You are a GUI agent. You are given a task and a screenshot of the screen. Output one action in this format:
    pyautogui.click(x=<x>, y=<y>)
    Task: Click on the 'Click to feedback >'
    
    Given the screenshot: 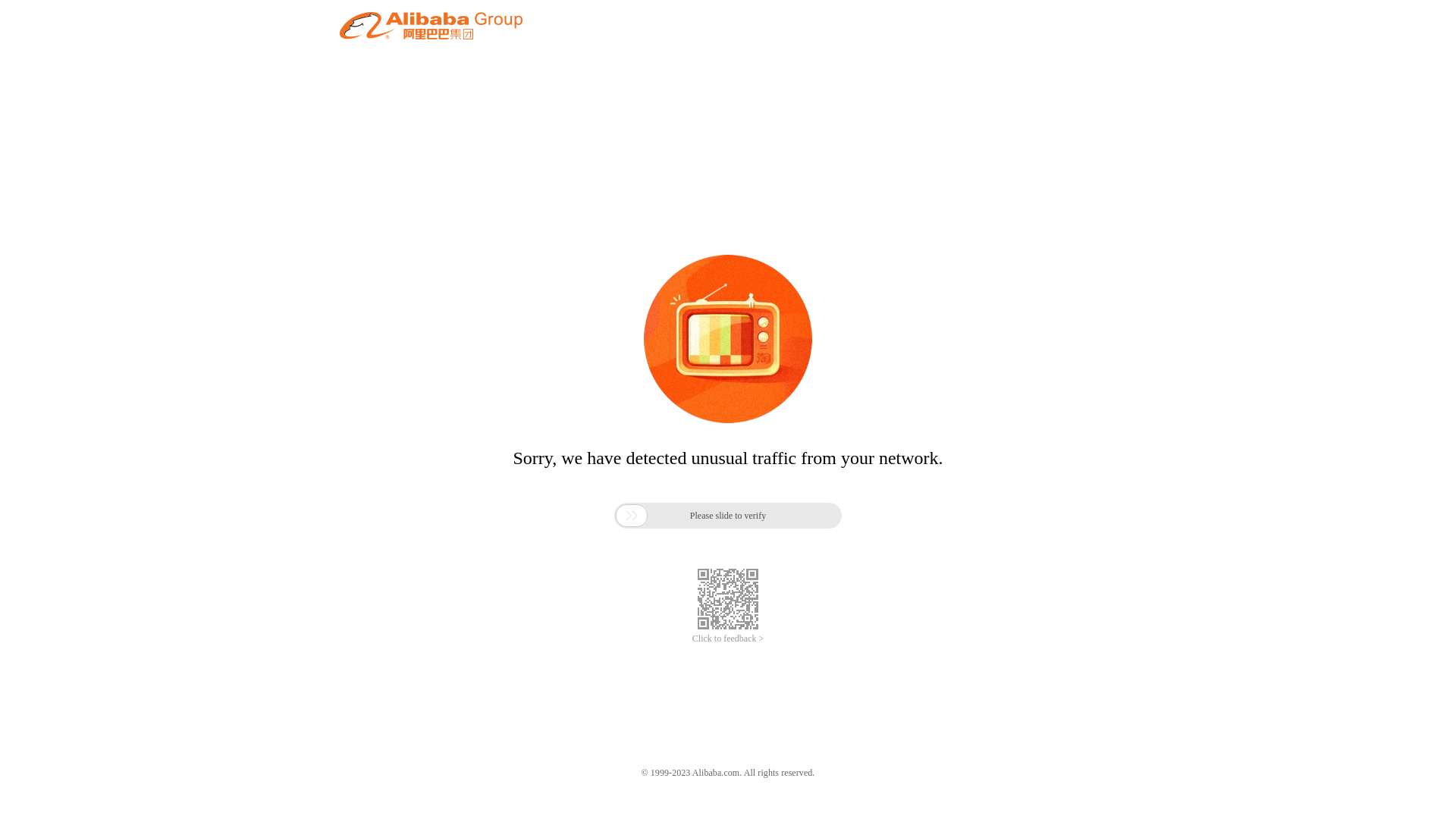 What is the action you would take?
    pyautogui.click(x=728, y=639)
    